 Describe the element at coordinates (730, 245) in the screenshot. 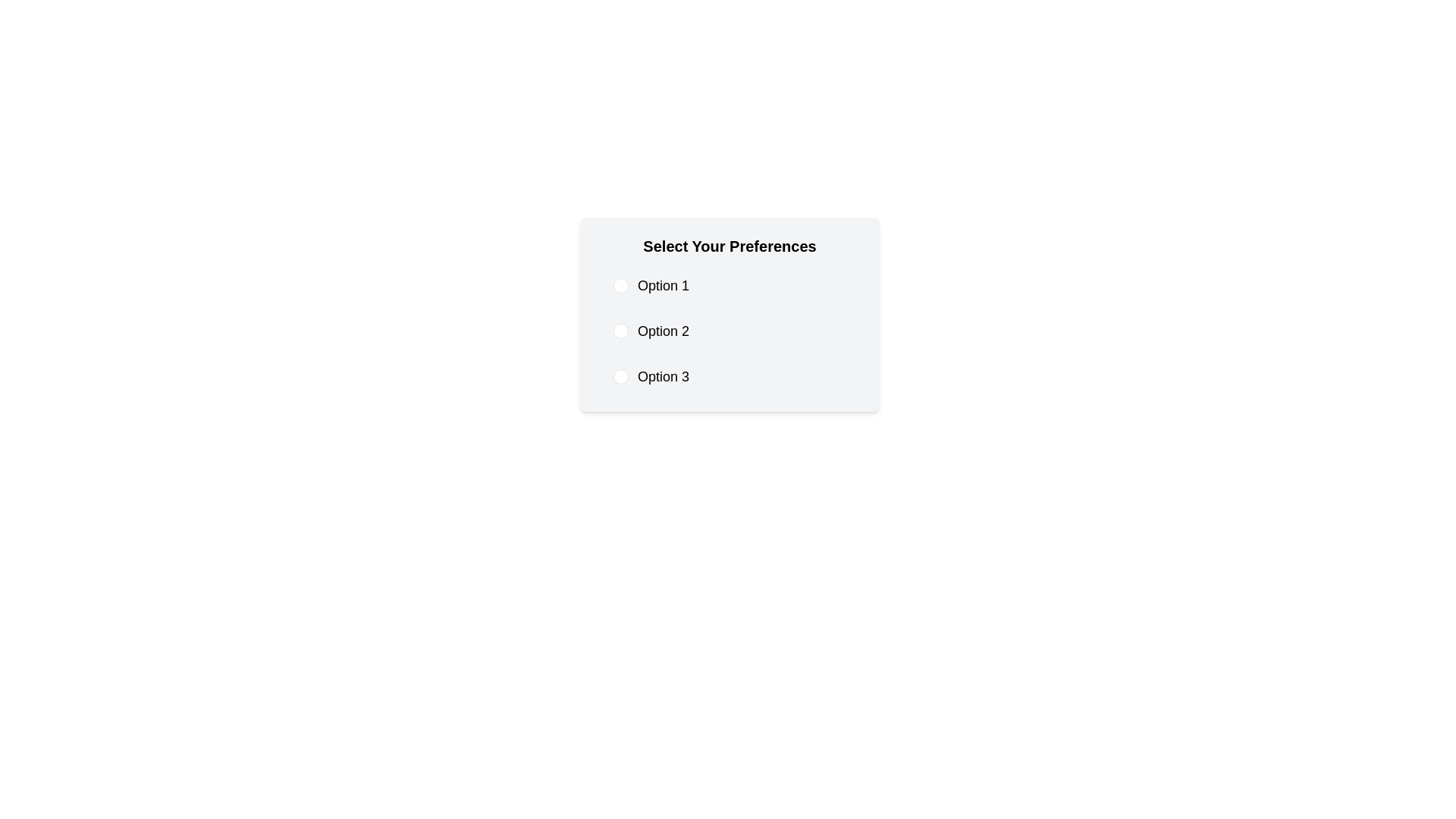

I see `the Text label that serves as a title or header, located at the top of the group's layout` at that location.